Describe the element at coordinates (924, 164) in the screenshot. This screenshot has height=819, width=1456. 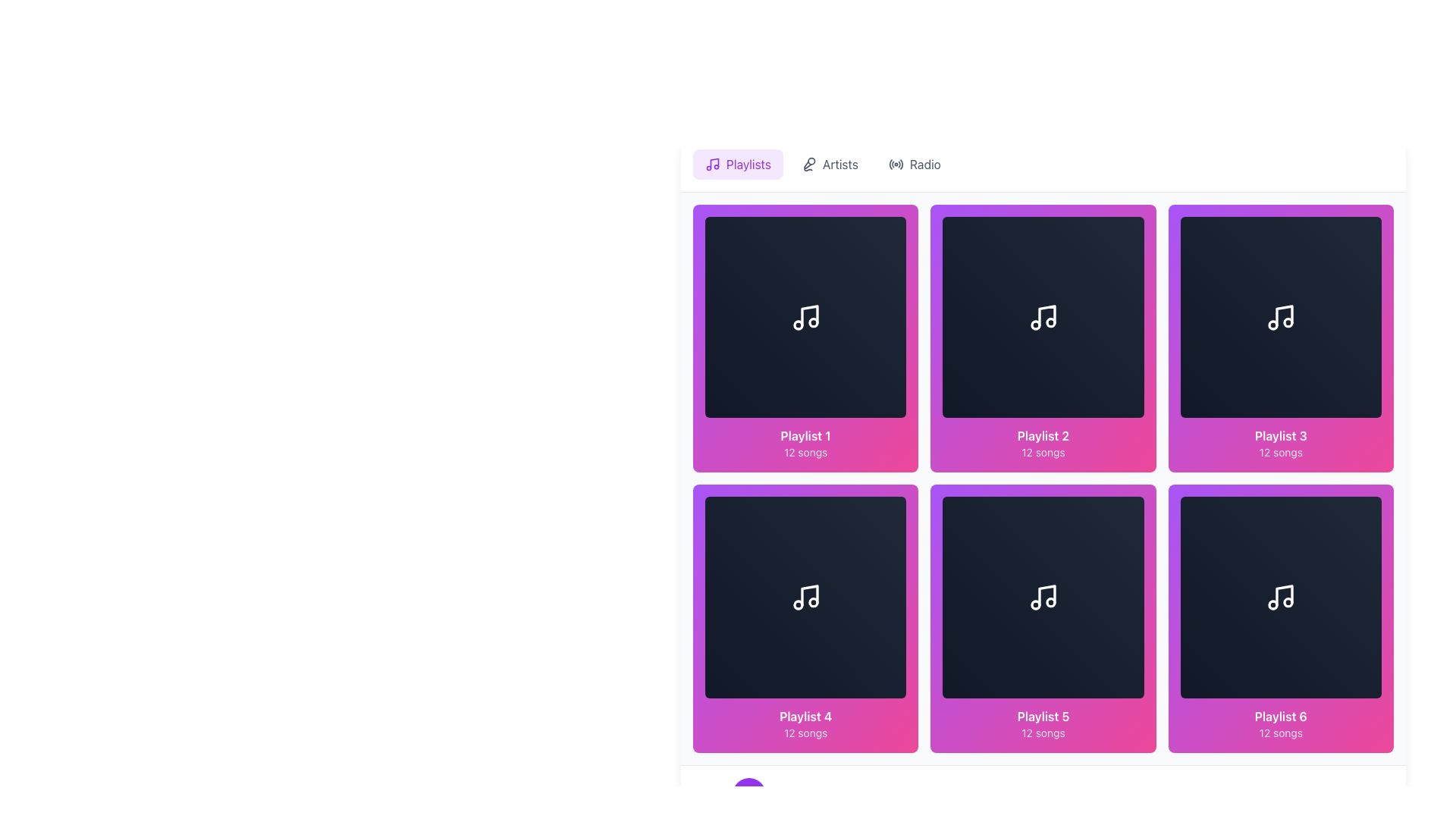
I see `the 'Radio' text label in the navigation bar` at that location.